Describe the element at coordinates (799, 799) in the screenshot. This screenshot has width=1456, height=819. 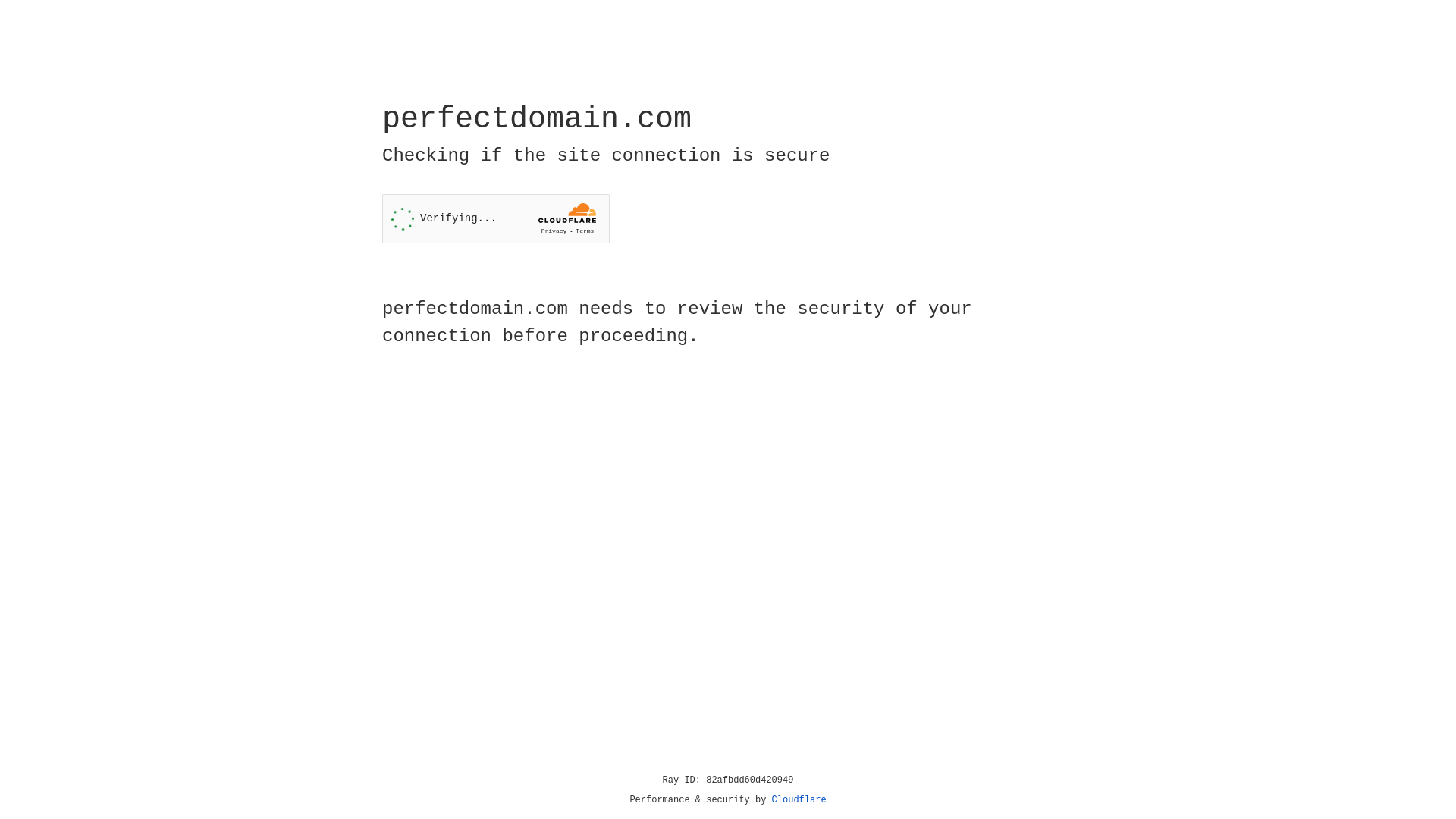
I see `'Cloudflare'` at that location.